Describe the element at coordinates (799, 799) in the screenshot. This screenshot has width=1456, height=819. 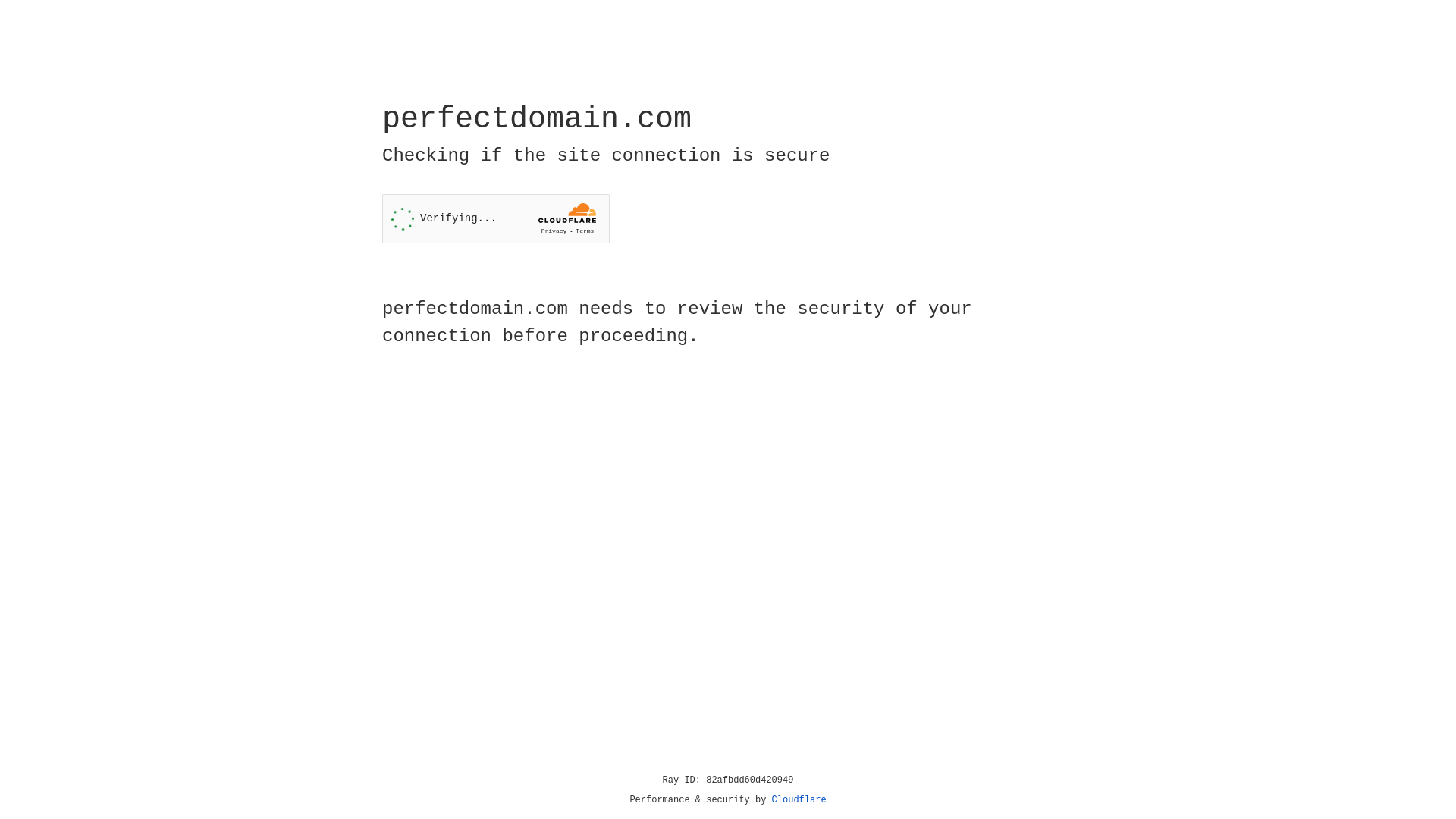
I see `'Cloudflare'` at that location.